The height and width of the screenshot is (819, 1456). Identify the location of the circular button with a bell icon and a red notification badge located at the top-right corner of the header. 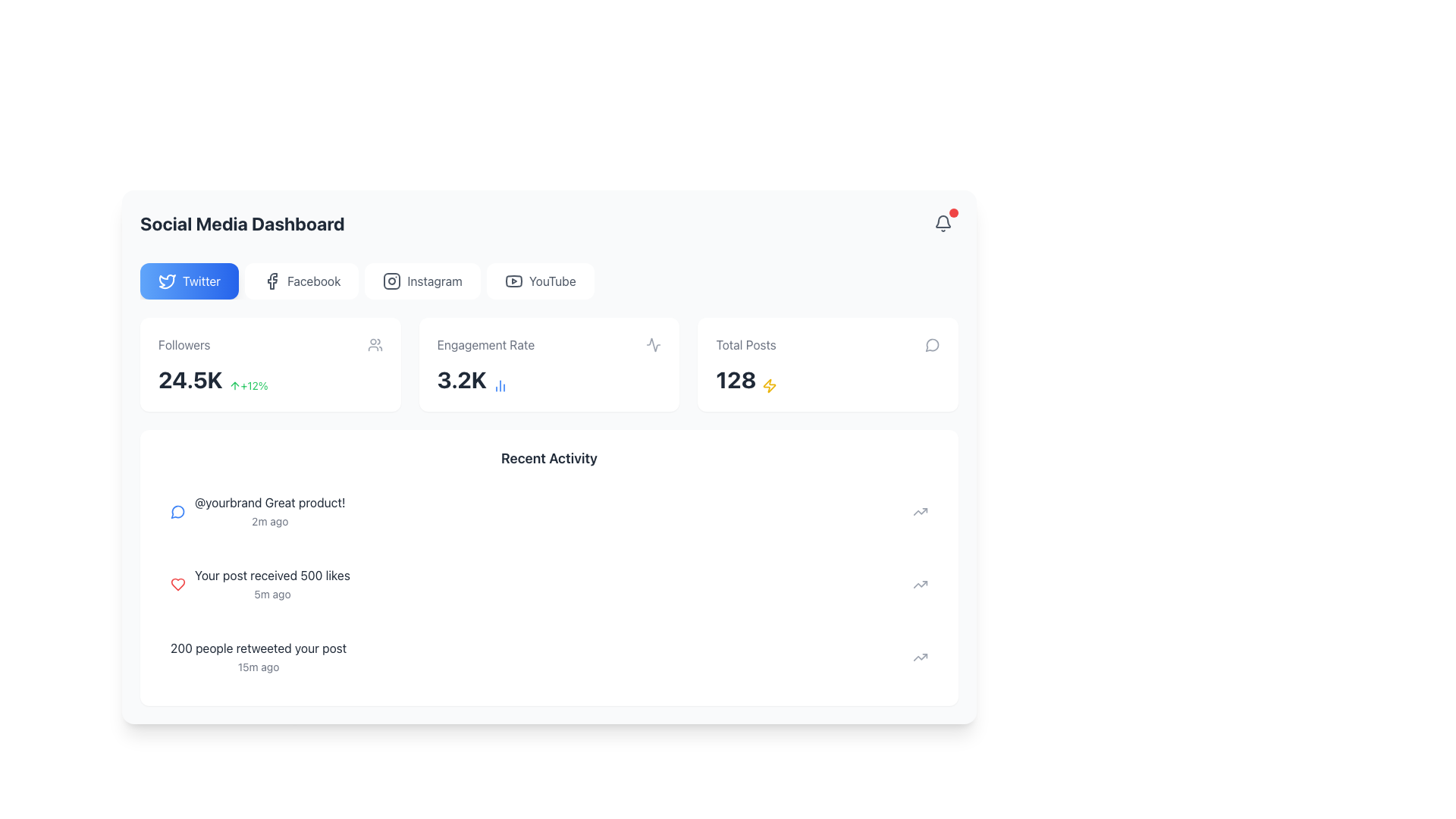
(942, 223).